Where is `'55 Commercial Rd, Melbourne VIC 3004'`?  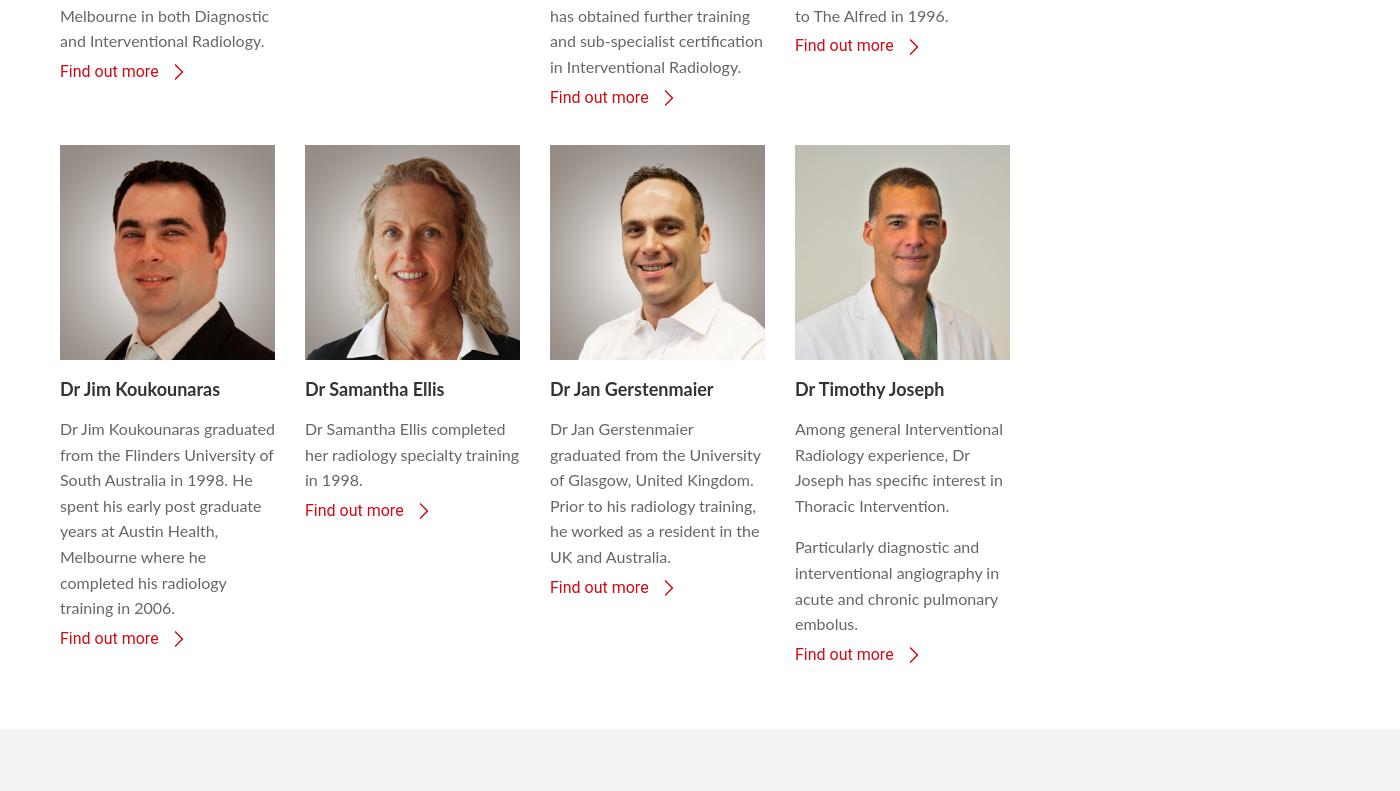 '55 Commercial Rd, Melbourne VIC 3004' is located at coordinates (195, 713).